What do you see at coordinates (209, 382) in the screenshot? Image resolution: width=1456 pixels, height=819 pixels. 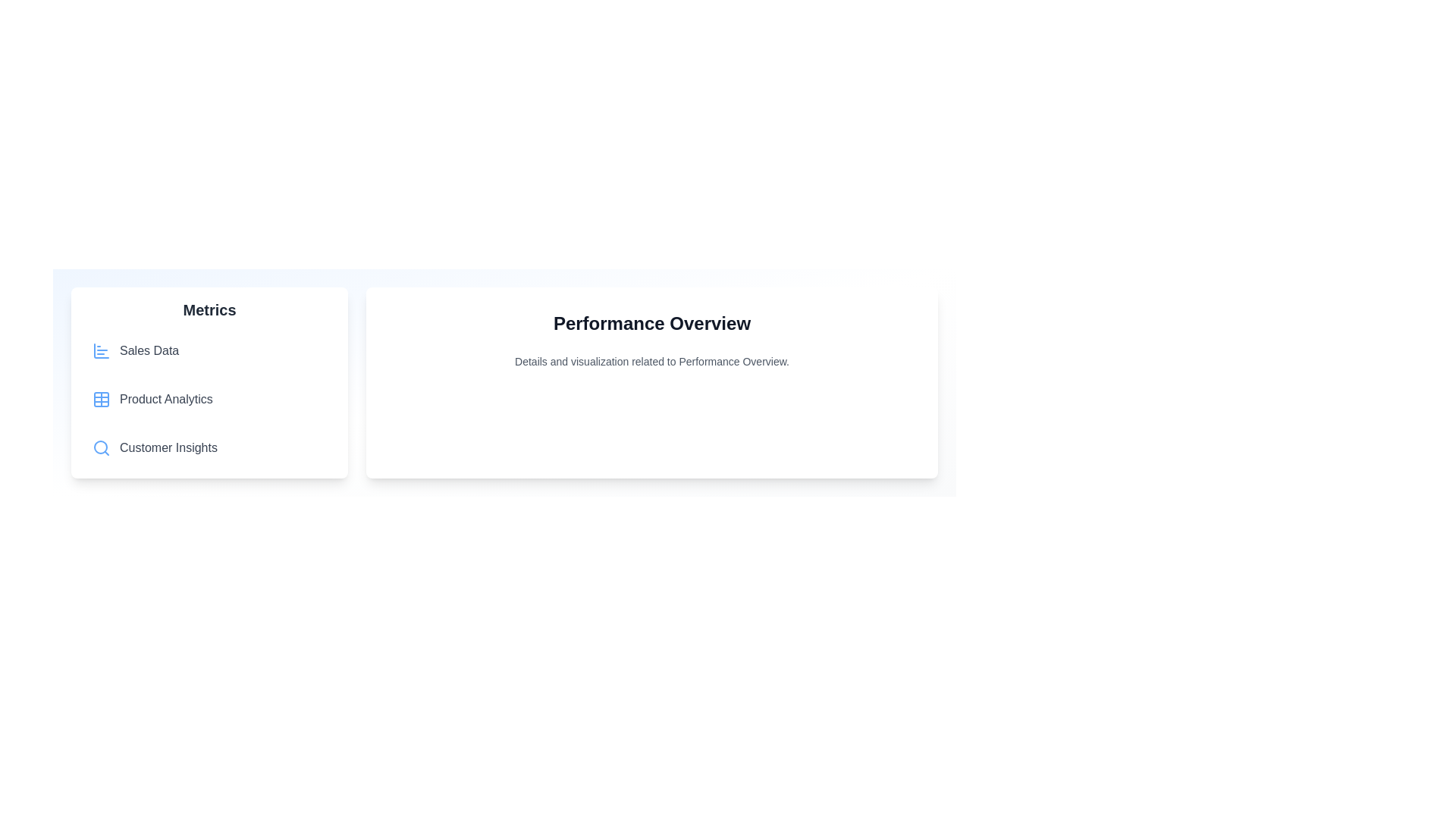 I see `the 'Product Analytics' list item in the metrics section` at bounding box center [209, 382].